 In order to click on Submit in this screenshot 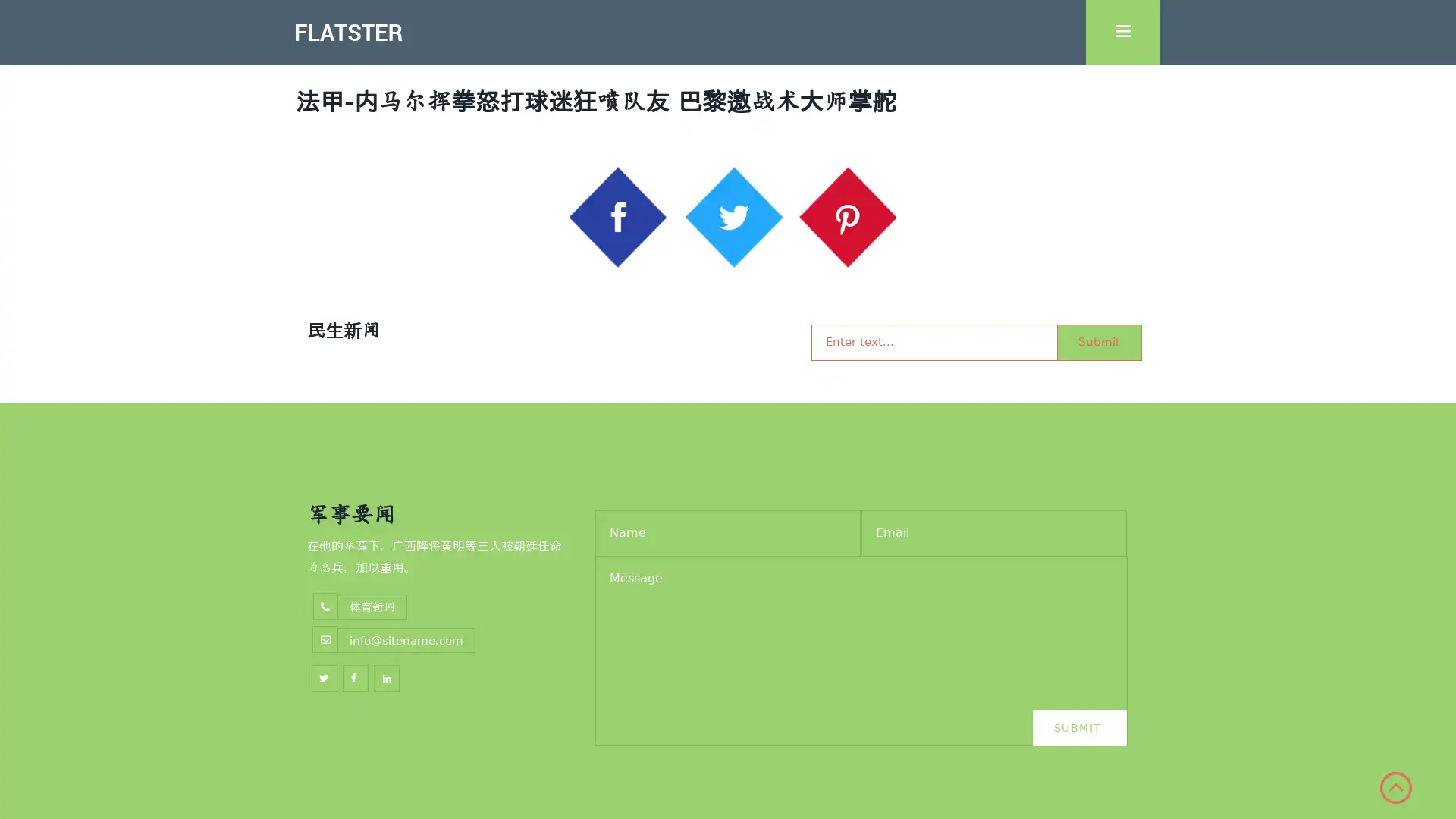, I will do `click(1078, 726)`.